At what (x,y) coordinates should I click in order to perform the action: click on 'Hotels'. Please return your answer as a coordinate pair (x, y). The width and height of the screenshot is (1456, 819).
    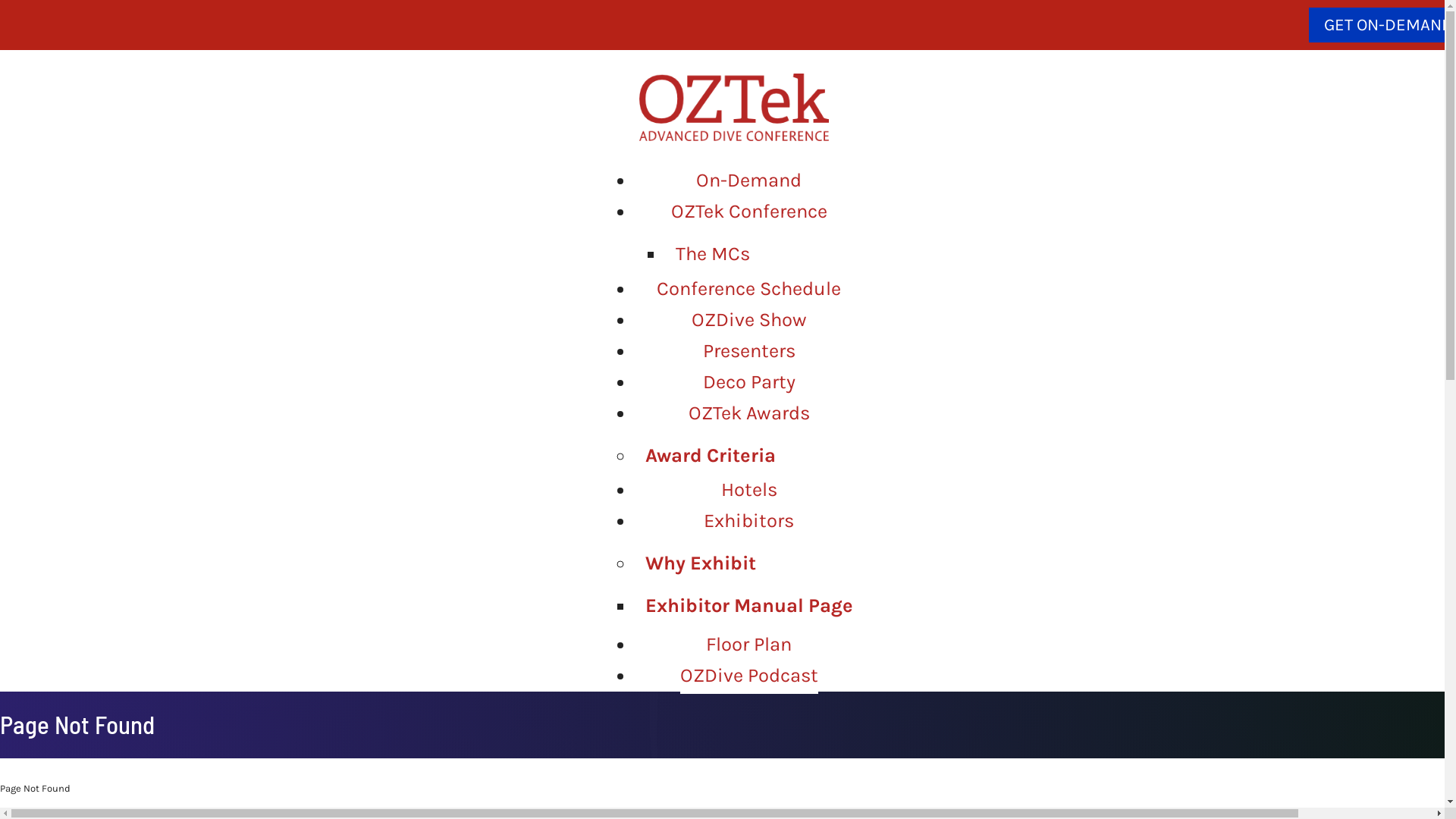
    Looking at the image, I should click on (748, 490).